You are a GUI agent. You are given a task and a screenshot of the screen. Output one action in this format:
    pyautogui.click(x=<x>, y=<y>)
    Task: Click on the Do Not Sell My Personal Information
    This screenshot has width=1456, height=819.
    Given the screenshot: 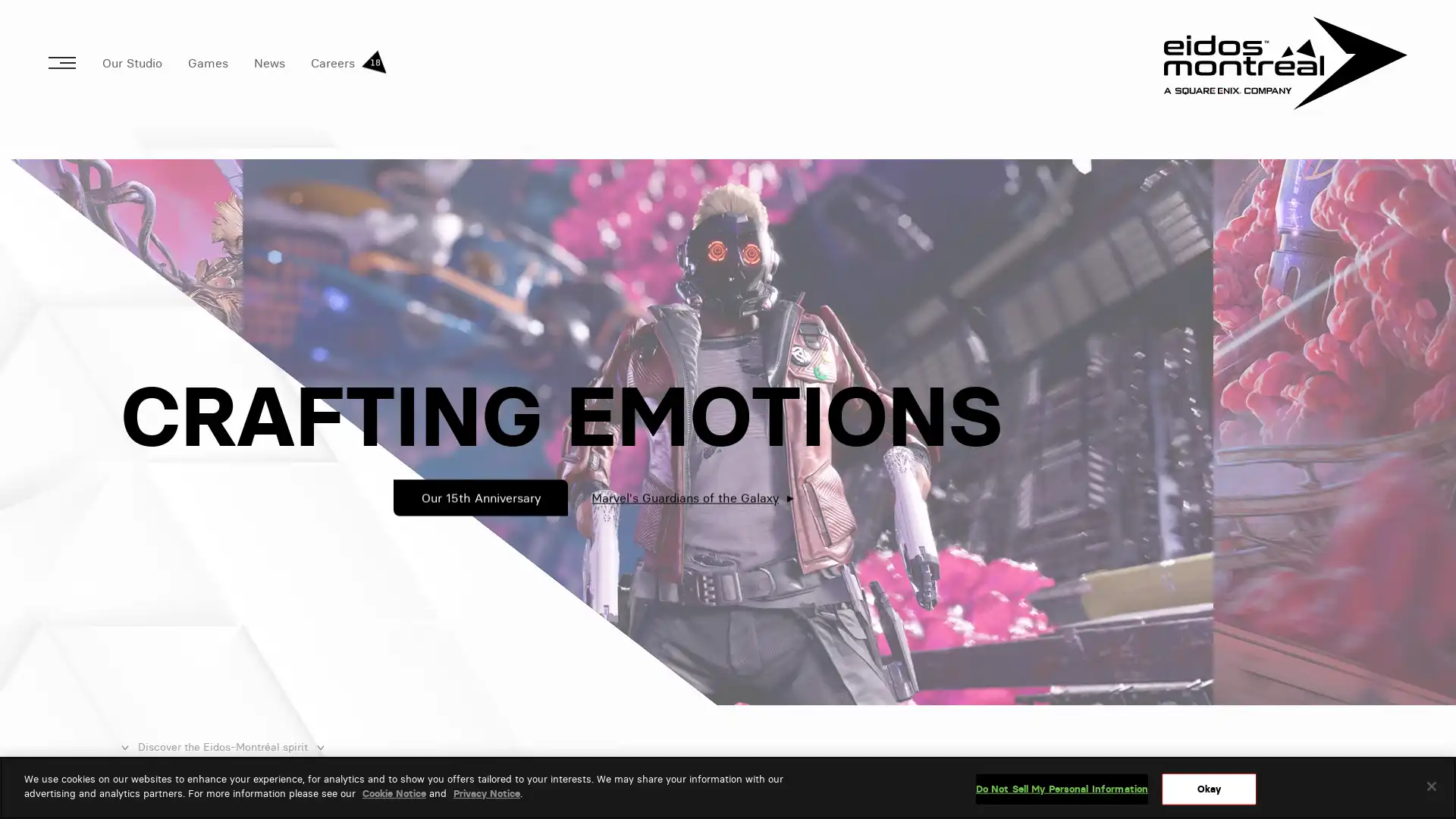 What is the action you would take?
    pyautogui.click(x=1061, y=788)
    